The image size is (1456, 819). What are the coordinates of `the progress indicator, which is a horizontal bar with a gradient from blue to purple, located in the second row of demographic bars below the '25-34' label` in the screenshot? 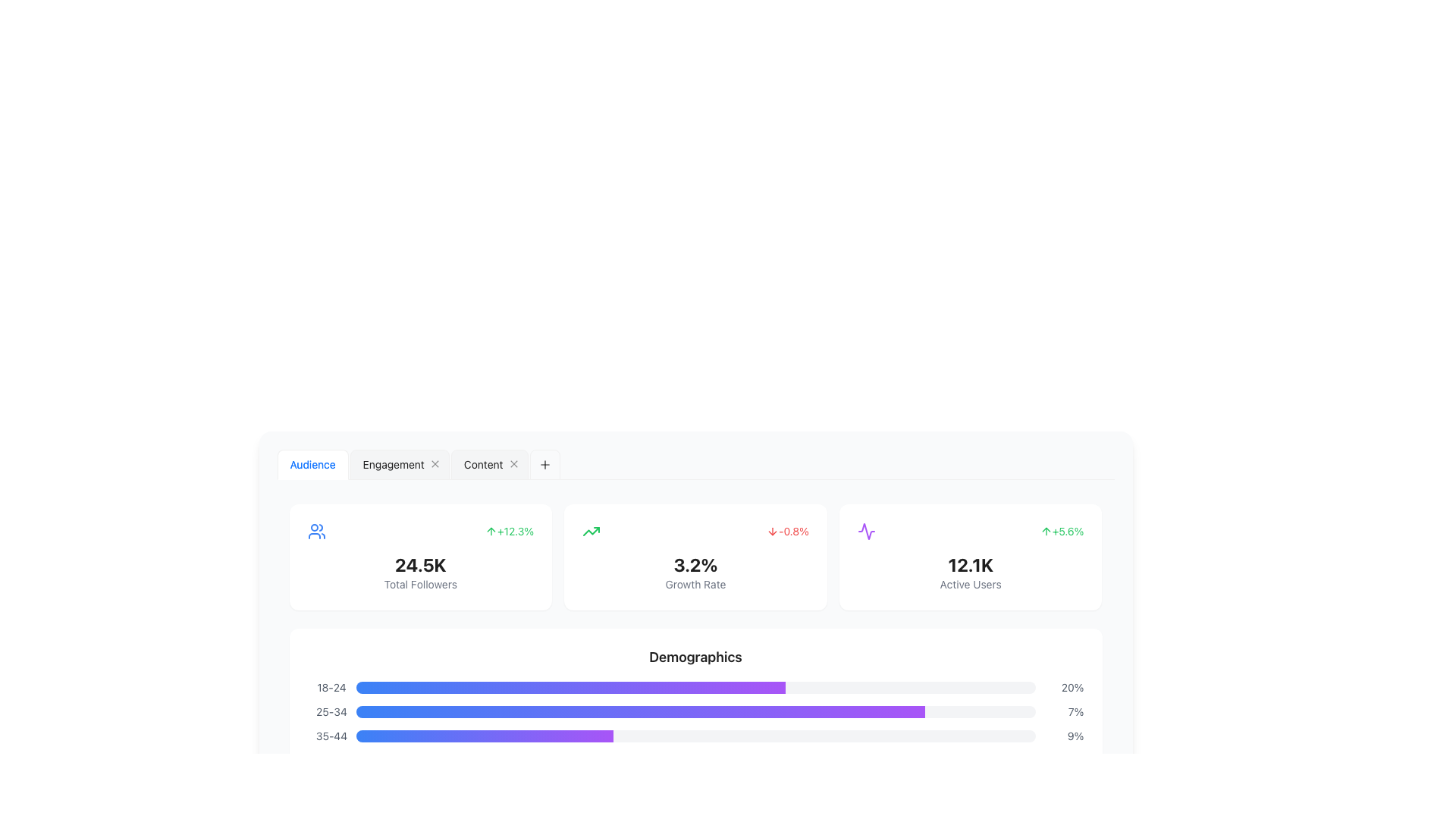 It's located at (640, 711).